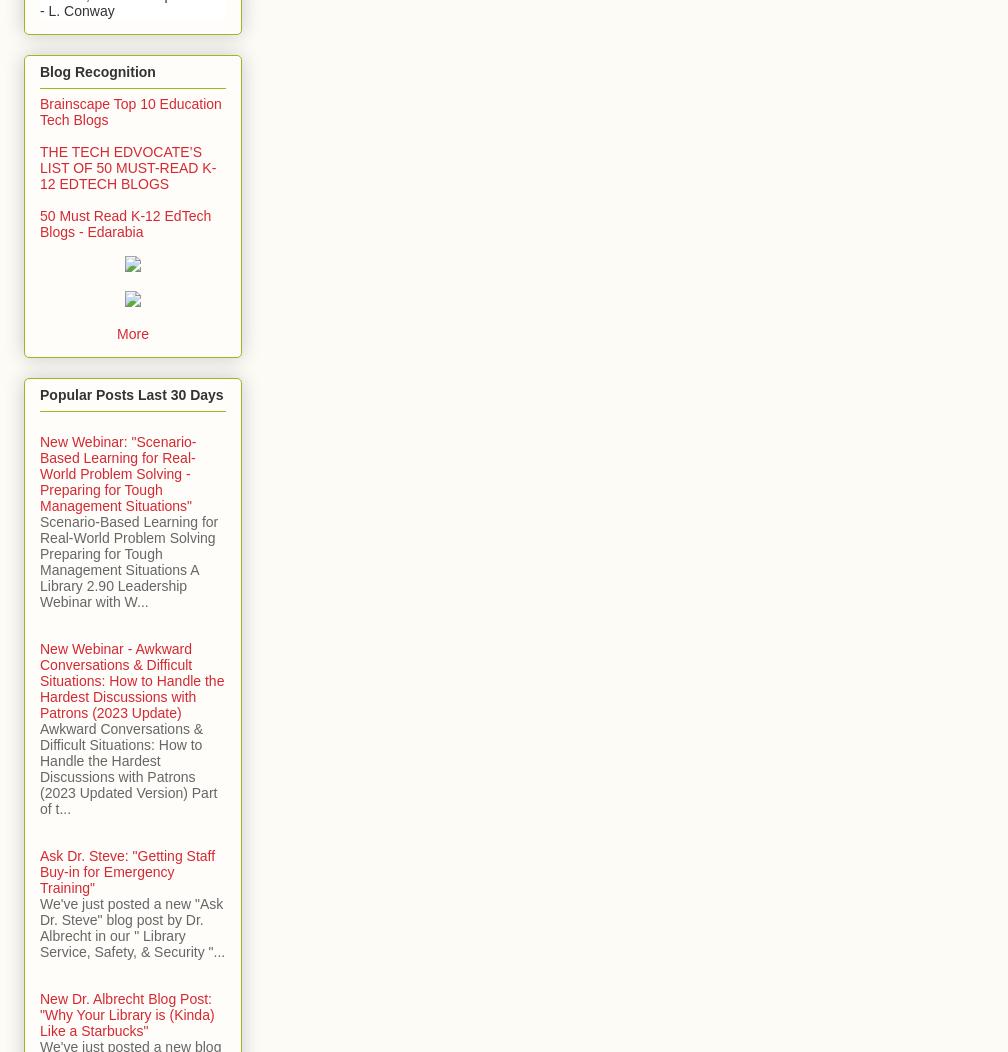 The width and height of the screenshot is (1008, 1052). What do you see at coordinates (128, 165) in the screenshot?
I see `'THE TECH EDVOCATE’S LIST OF 50 MUST-READ K-12 EDTECH BLOGS'` at bounding box center [128, 165].